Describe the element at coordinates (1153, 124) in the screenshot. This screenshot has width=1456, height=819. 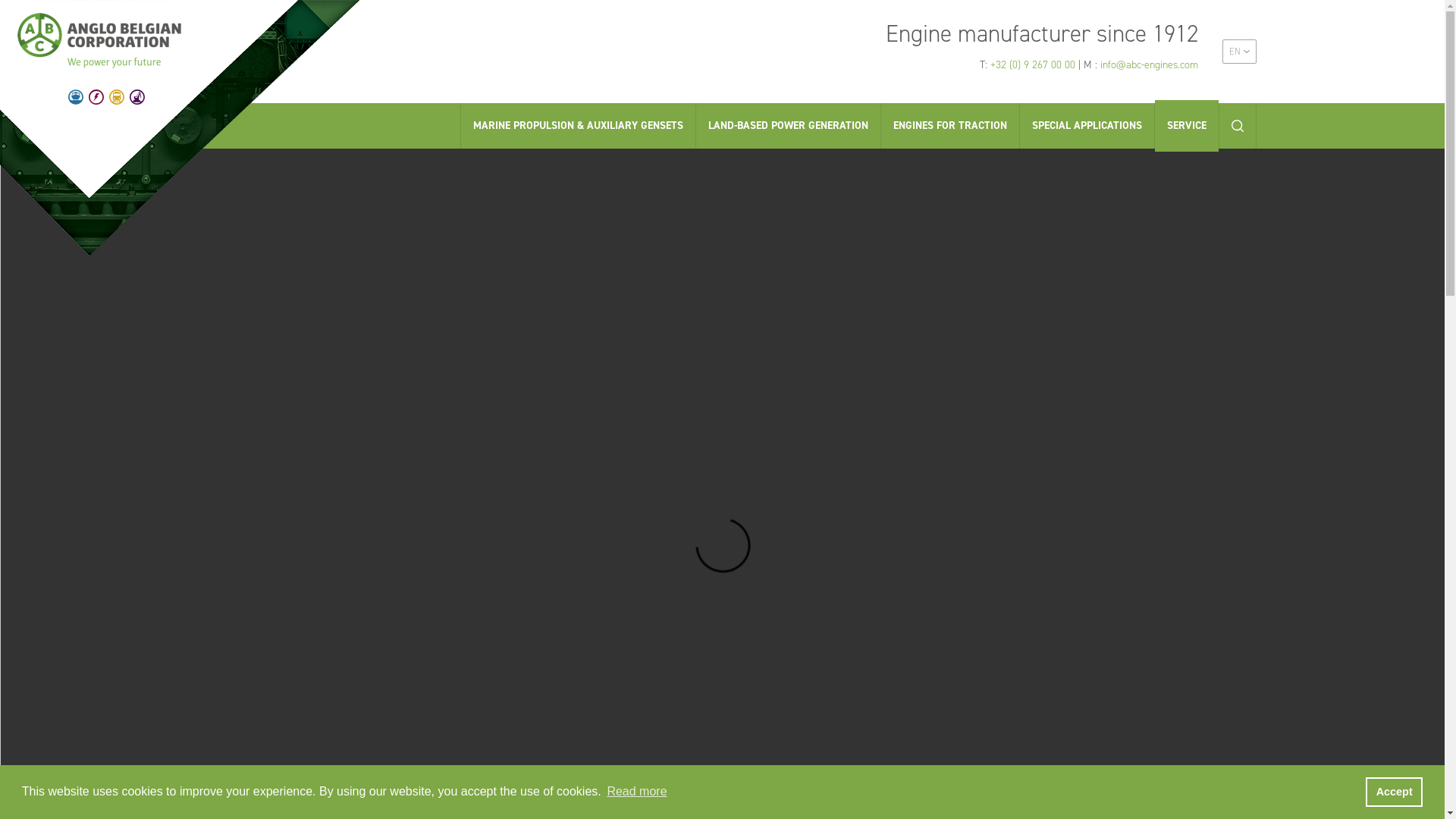
I see `'SERVICE'` at that location.